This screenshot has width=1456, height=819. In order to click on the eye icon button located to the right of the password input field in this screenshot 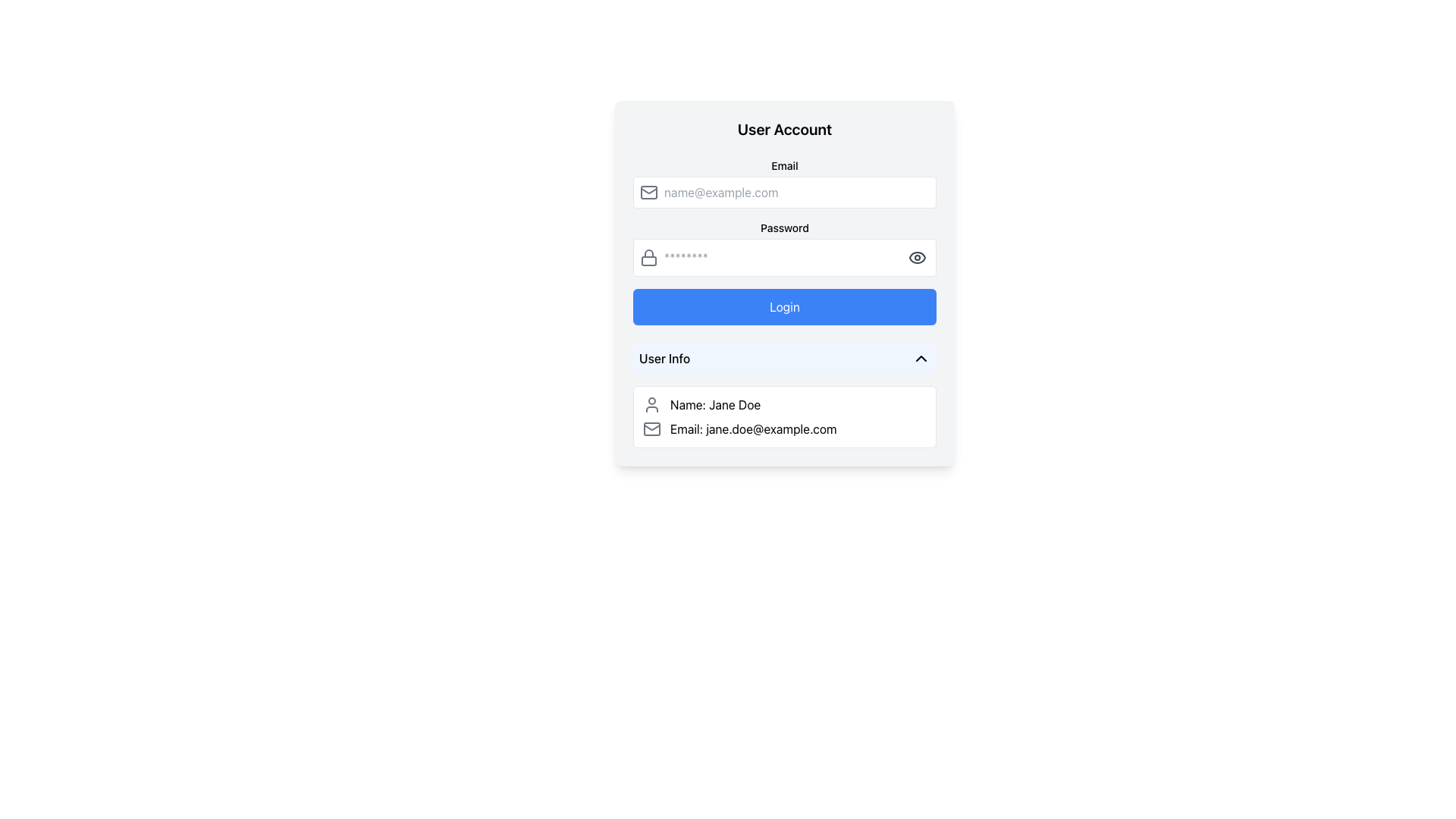, I will do `click(916, 256)`.